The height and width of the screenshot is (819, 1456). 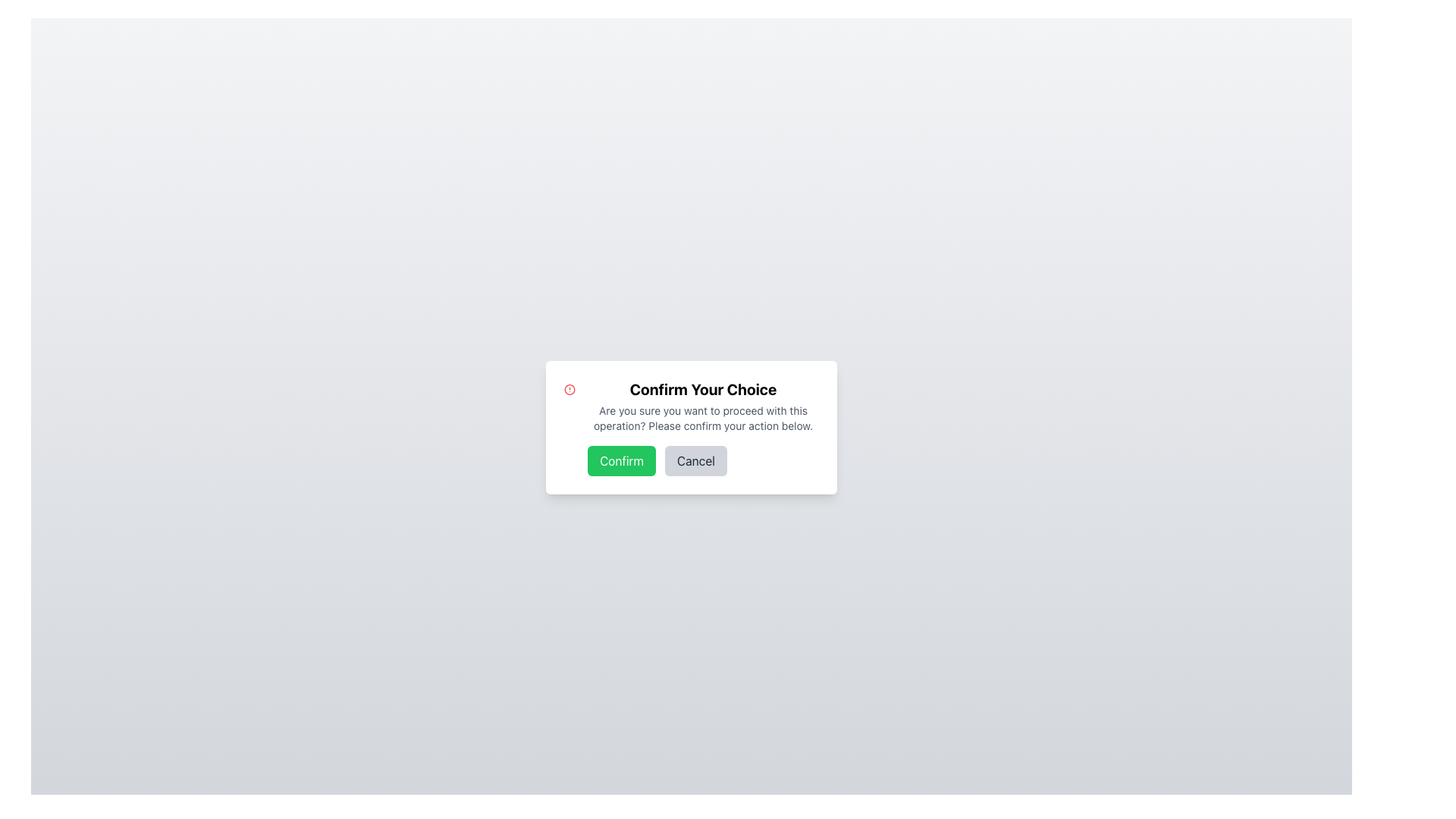 What do you see at coordinates (702, 418) in the screenshot?
I see `text from the paragraph styled in smaller font and subtle gray color, located below the bold heading 'Confirm Your Choice' in the confirmation dialog` at bounding box center [702, 418].